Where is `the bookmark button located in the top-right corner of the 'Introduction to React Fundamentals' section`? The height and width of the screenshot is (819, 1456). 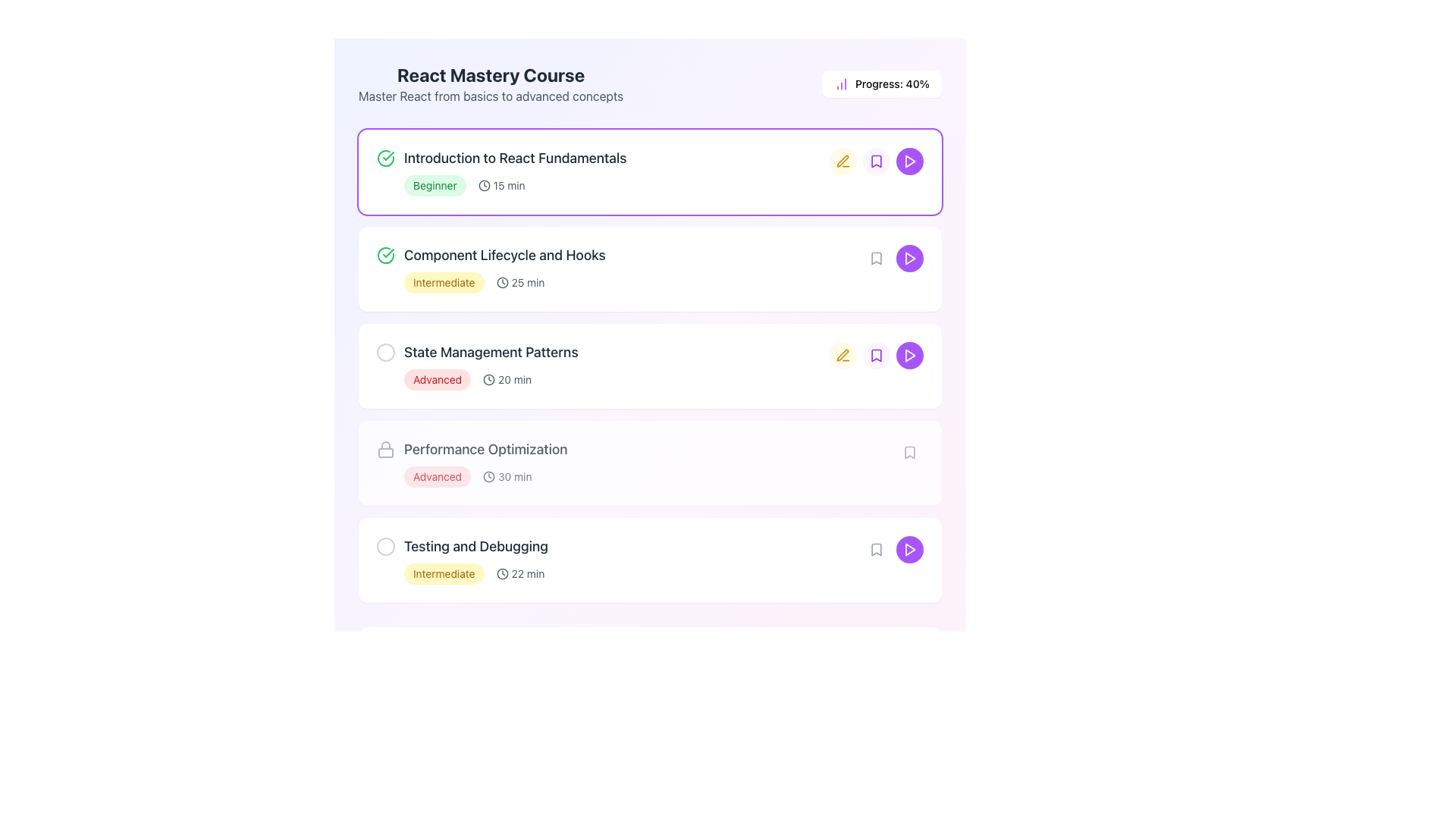 the bookmark button located in the top-right corner of the 'Introduction to React Fundamentals' section is located at coordinates (877, 161).